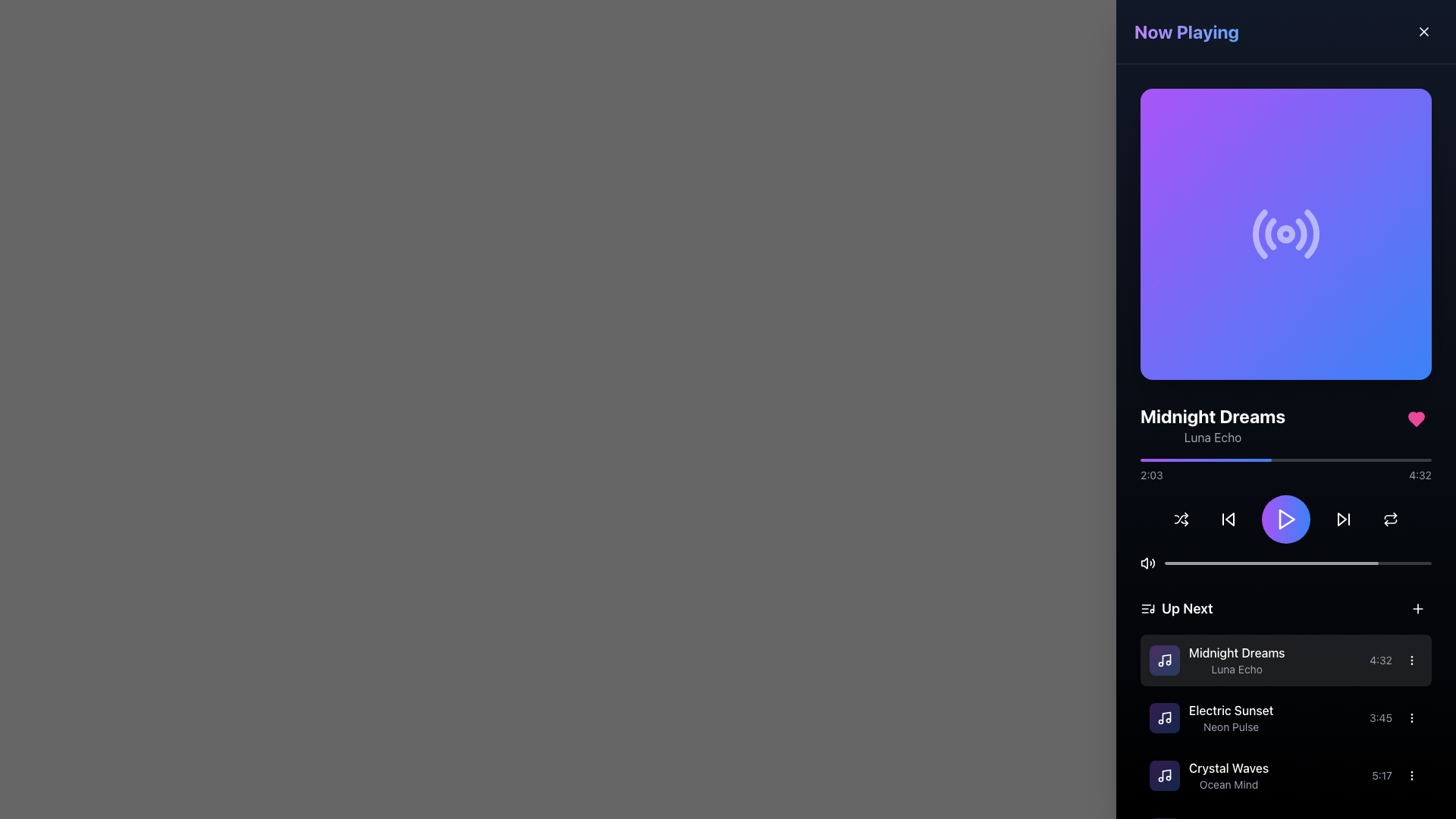 The height and width of the screenshot is (819, 1456). Describe the element at coordinates (1346, 563) in the screenshot. I see `playback position` at that location.